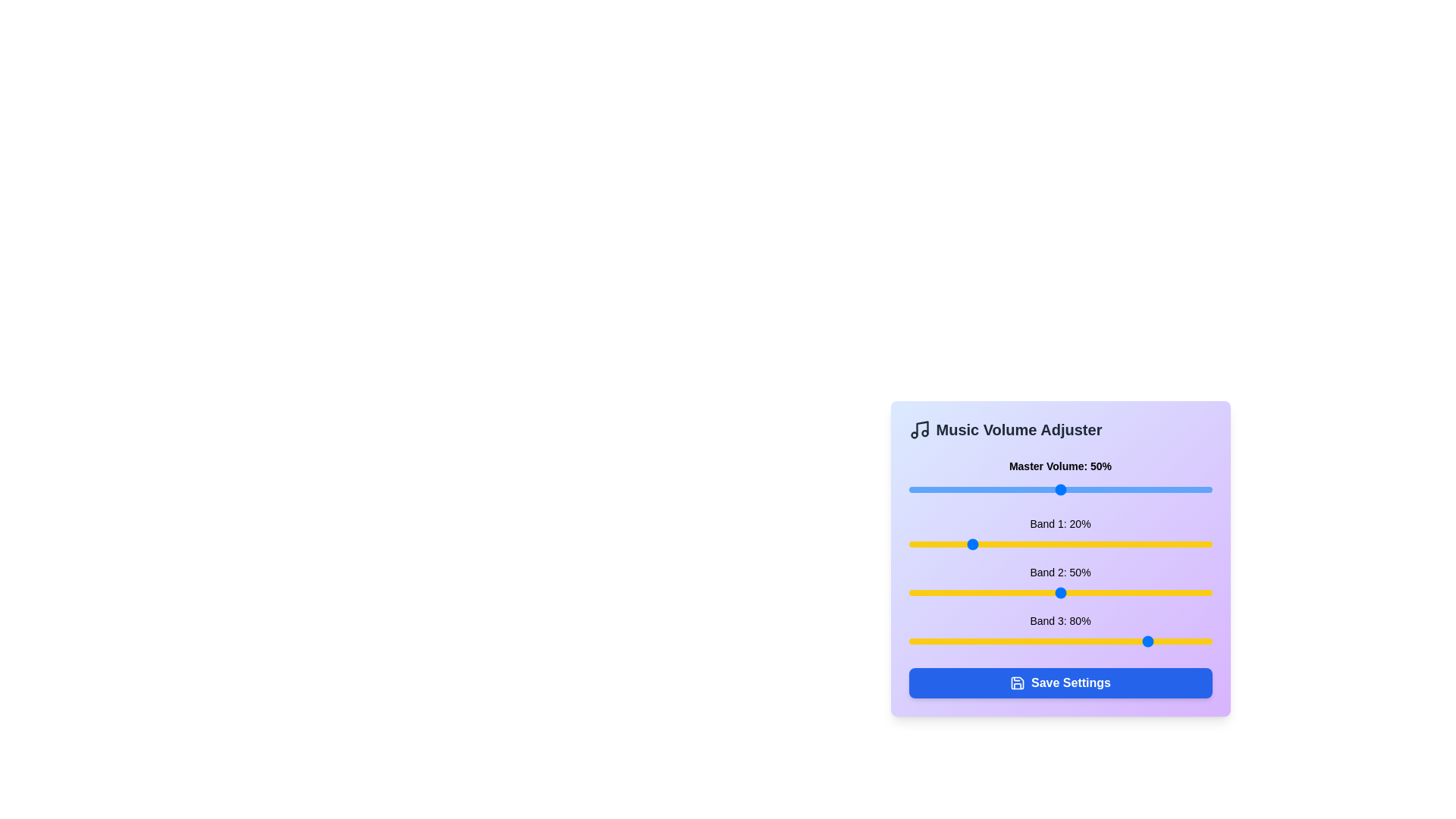  What do you see at coordinates (1059, 573) in the screenshot?
I see `the Label displaying 'Band 2: 50%' in the Music Volume Adjuster interface, which is centrally positioned within the Band 2 section` at bounding box center [1059, 573].